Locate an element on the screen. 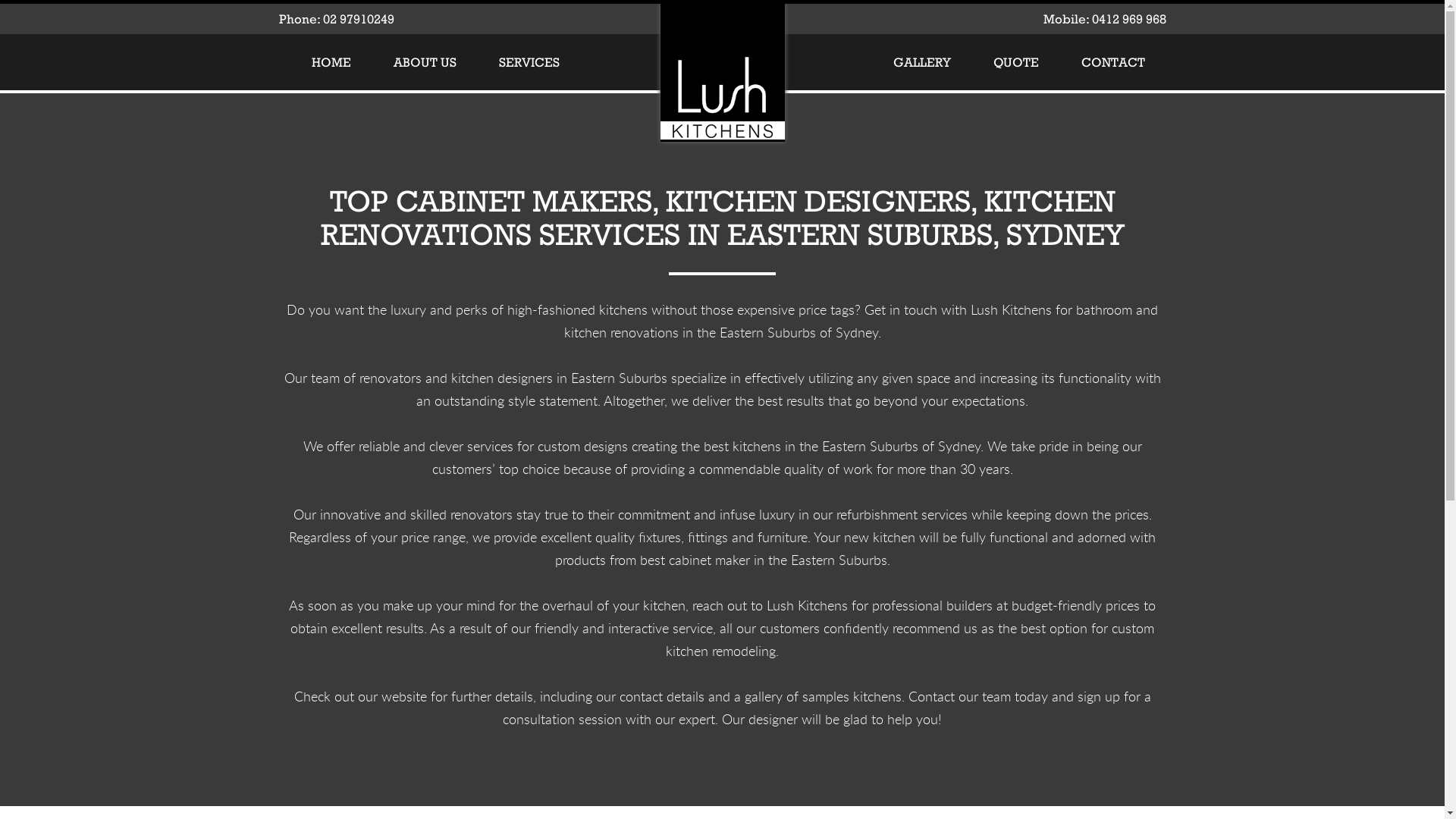 The image size is (1456, 819). 'CONTACT' is located at coordinates (1113, 61).